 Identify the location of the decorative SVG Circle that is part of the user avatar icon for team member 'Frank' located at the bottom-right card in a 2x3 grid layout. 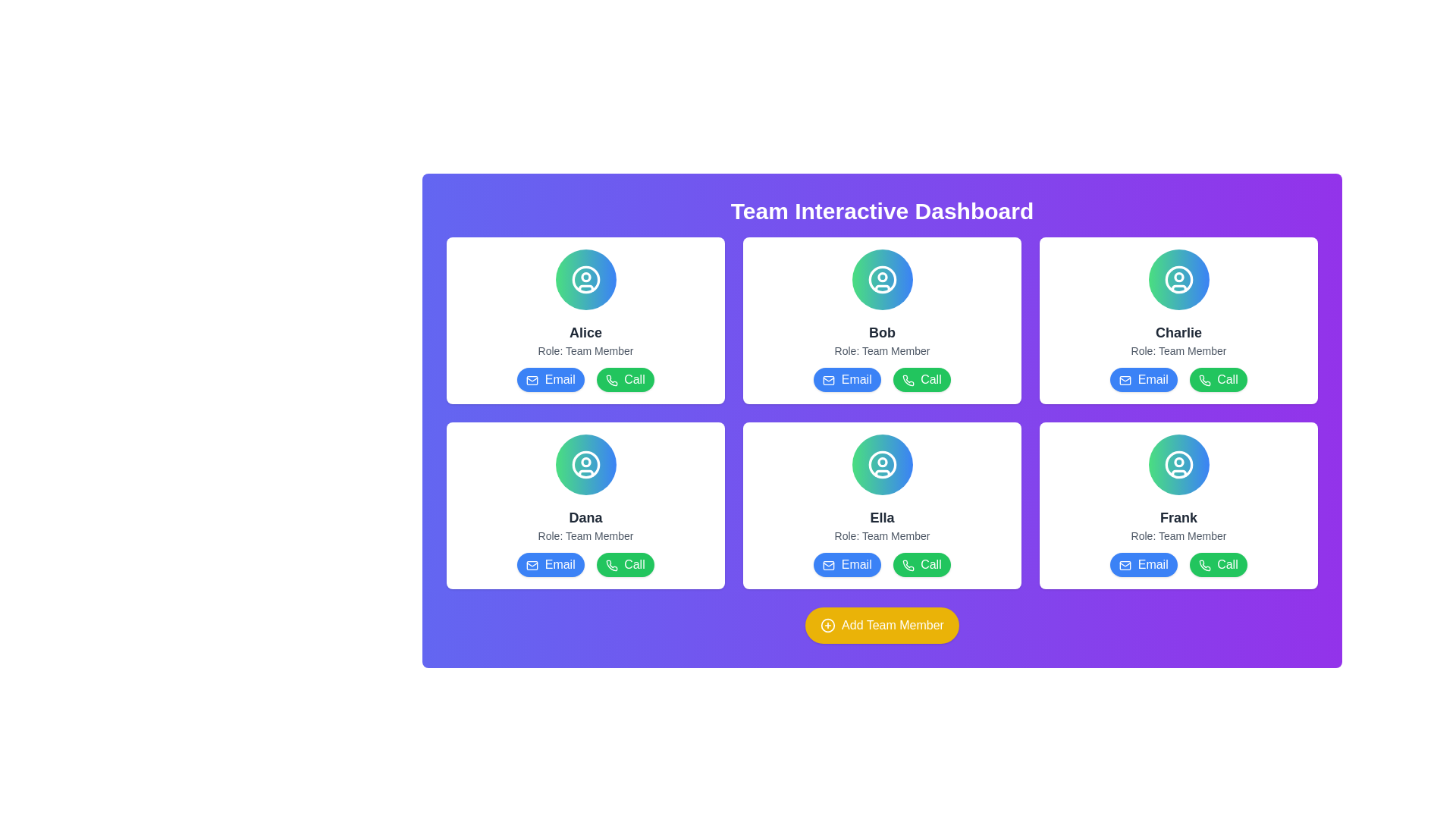
(1178, 464).